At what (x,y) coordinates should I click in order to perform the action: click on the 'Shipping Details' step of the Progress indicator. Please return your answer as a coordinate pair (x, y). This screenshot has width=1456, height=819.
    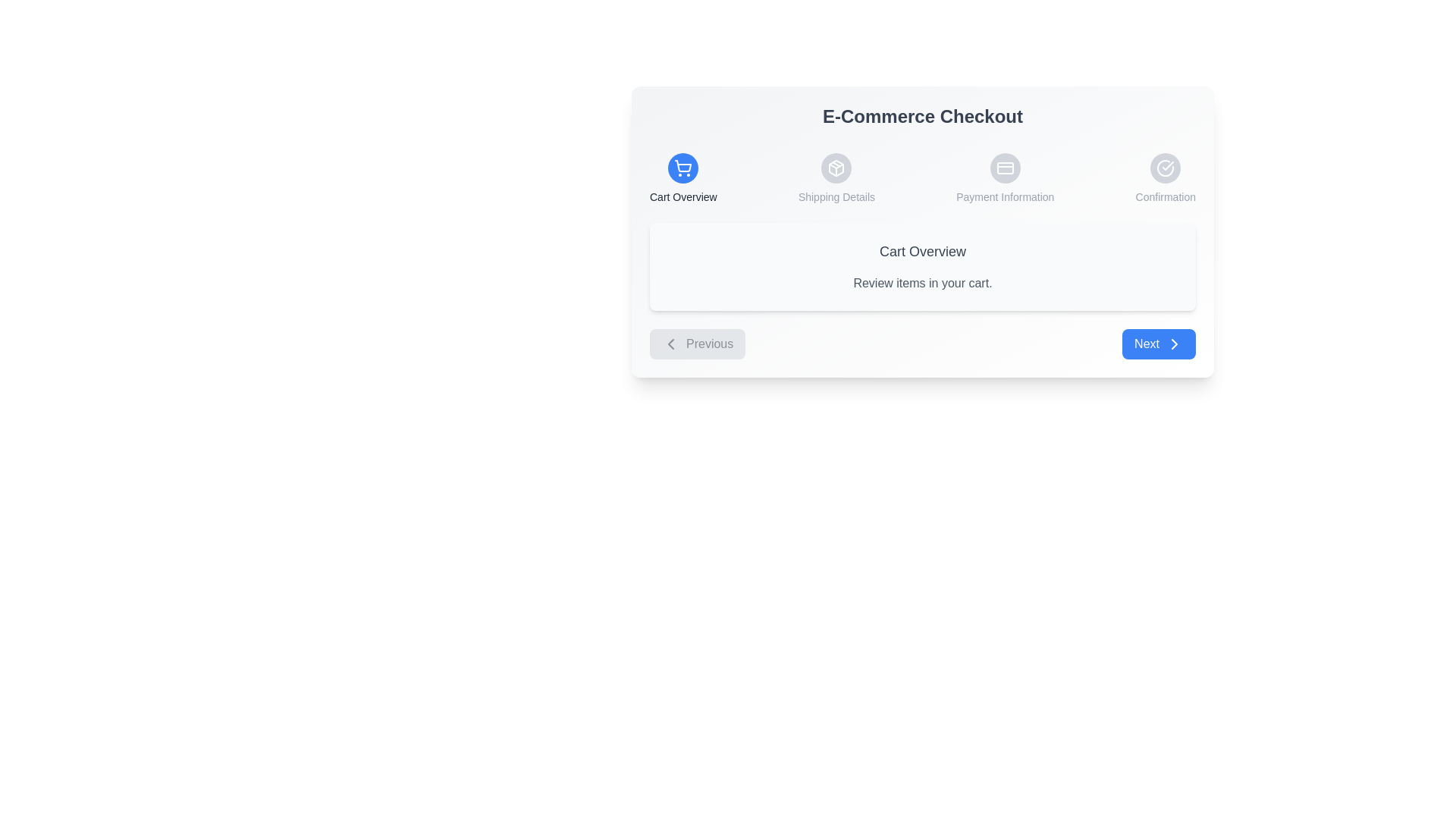
    Looking at the image, I should click on (922, 177).